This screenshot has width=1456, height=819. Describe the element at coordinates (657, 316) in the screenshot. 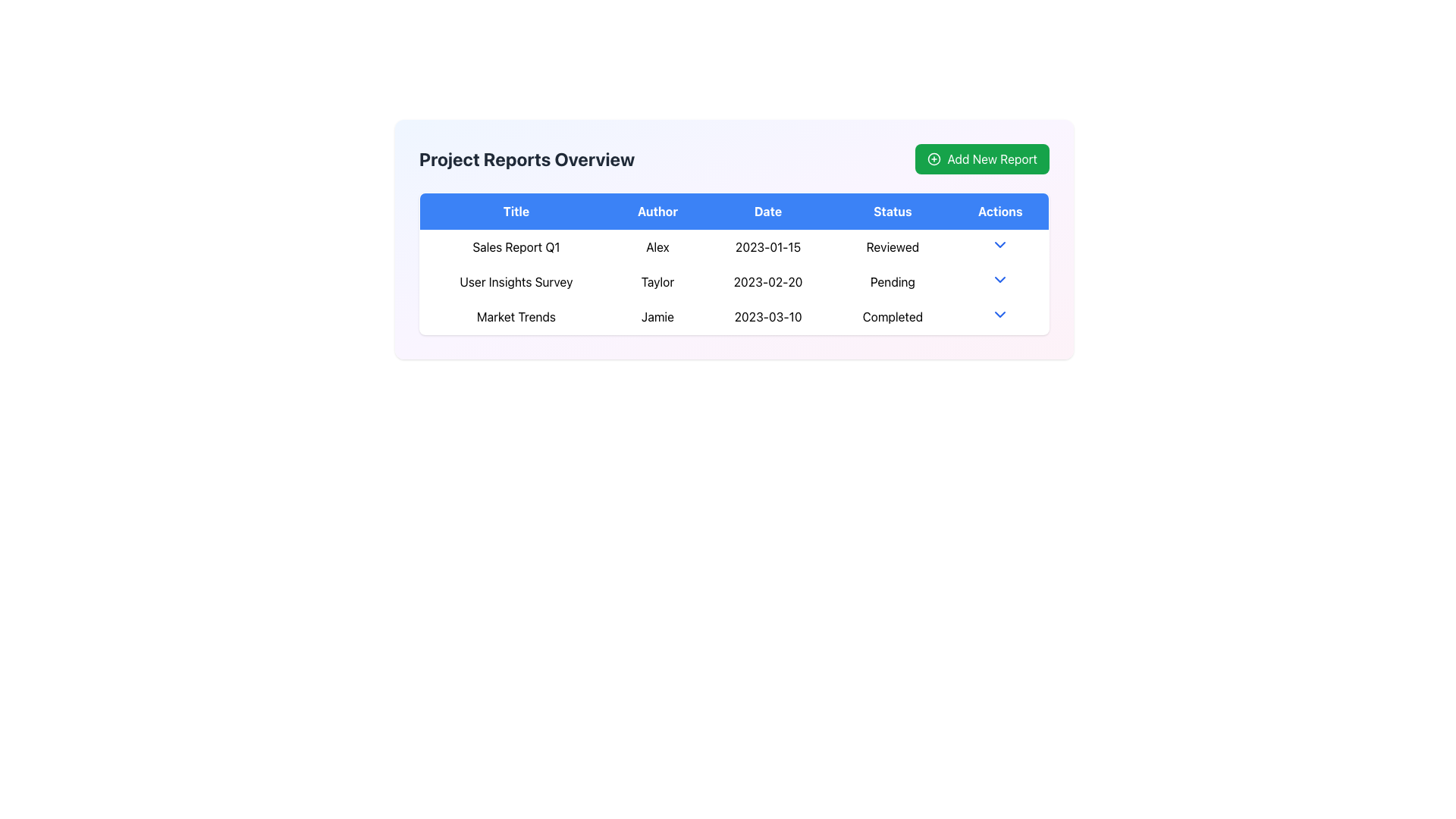

I see `the 'Author' text label in the 'Market Trends' table, which designates the author for this row's entry` at that location.